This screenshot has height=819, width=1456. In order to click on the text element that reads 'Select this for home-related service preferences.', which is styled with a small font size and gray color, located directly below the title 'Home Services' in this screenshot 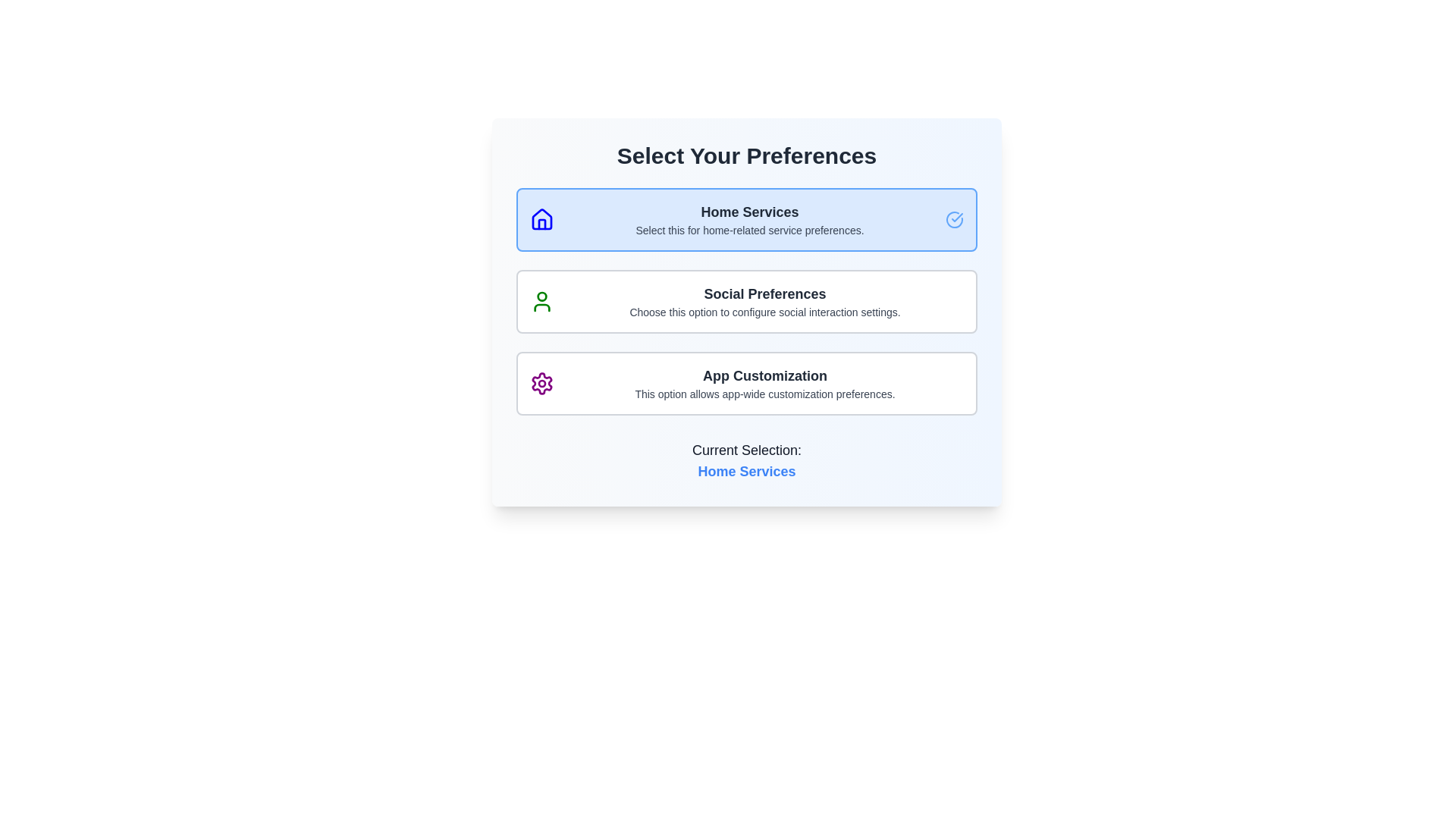, I will do `click(749, 231)`.